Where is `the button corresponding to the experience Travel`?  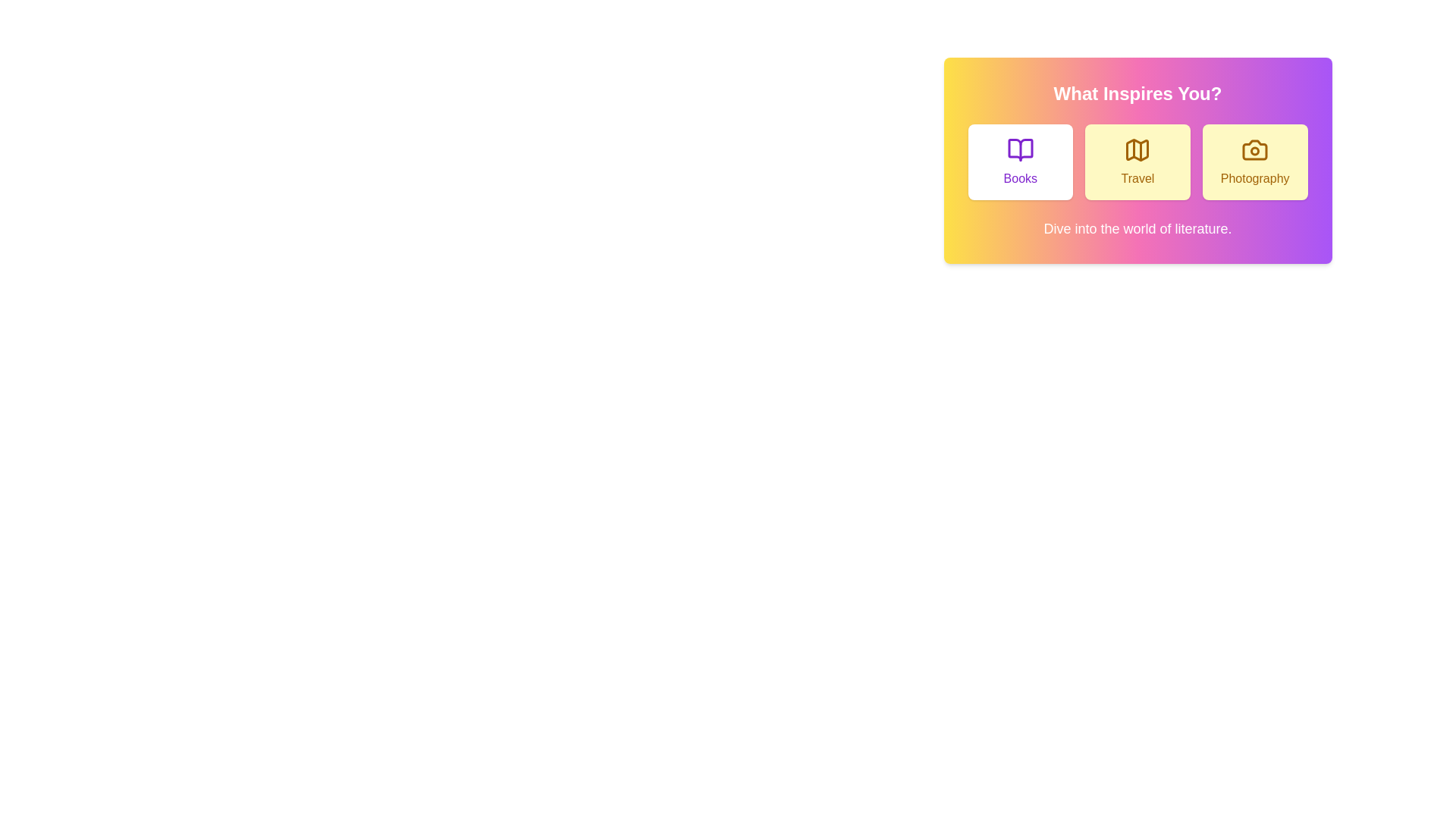 the button corresponding to the experience Travel is located at coordinates (1137, 162).